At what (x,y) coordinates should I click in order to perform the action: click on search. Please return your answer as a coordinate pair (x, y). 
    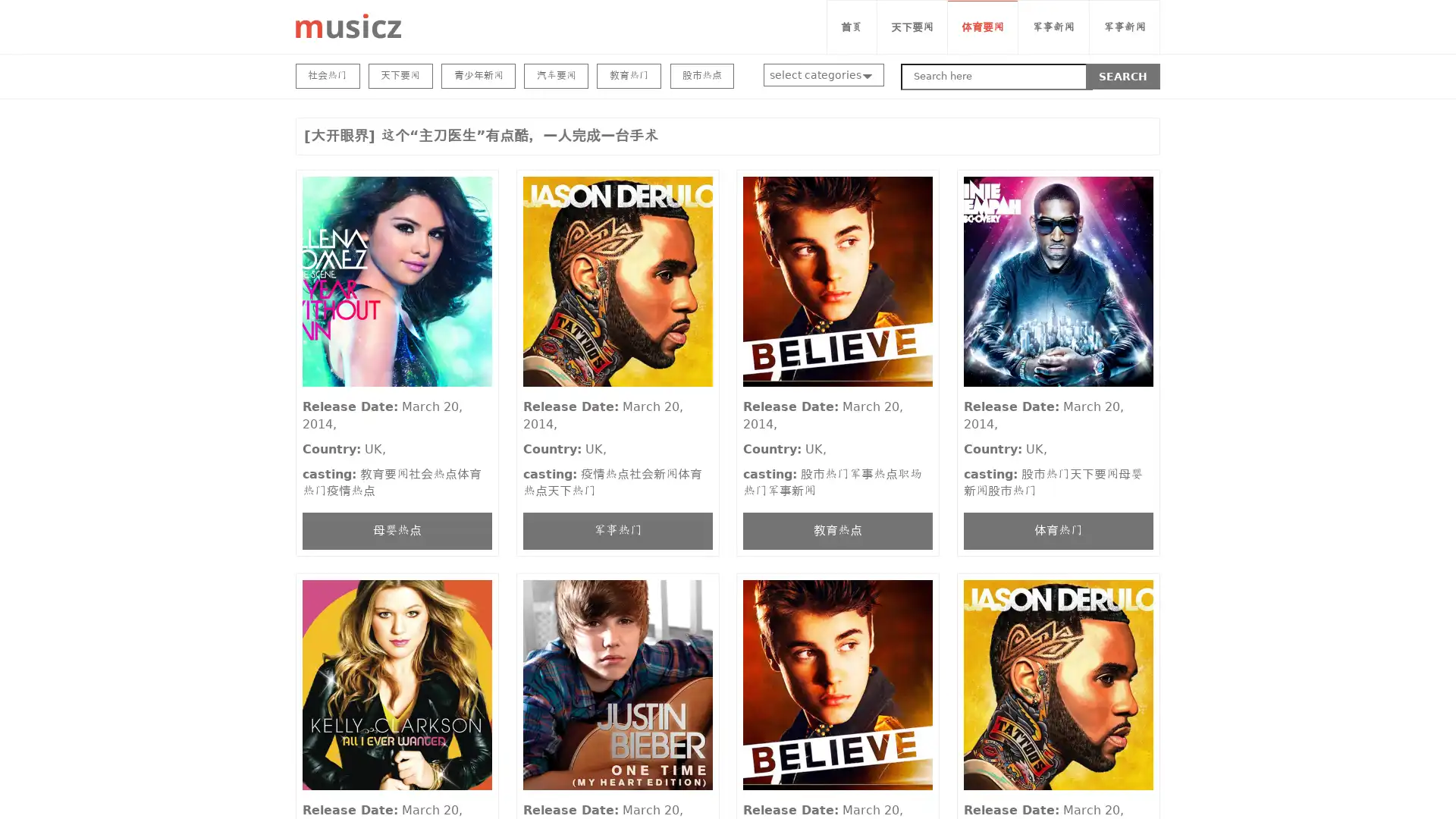
    Looking at the image, I should click on (1123, 76).